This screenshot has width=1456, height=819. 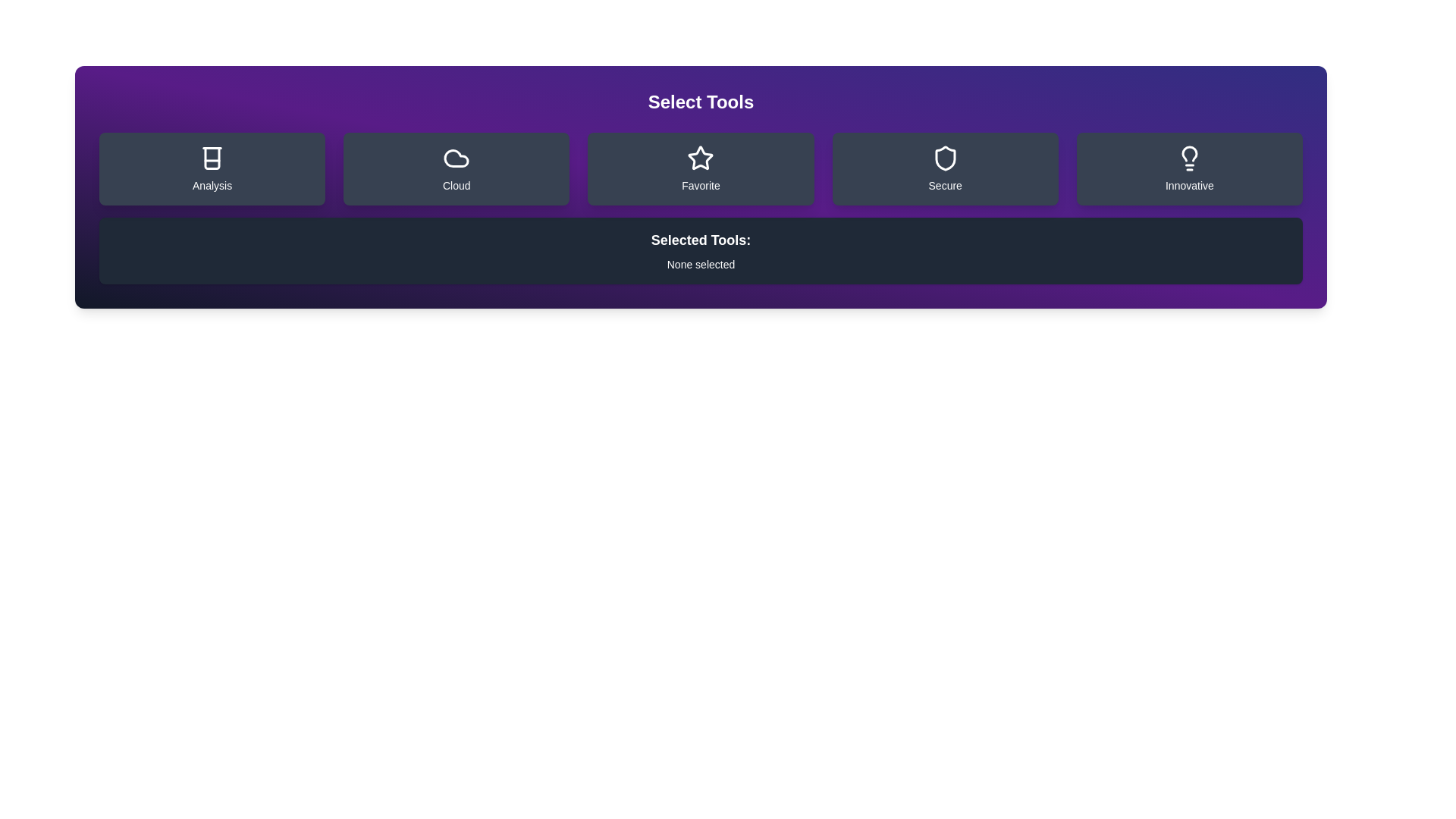 What do you see at coordinates (700, 158) in the screenshot?
I see `the star icon with a dark outline and a hollow center, which is centered within the 'Favorite' button located in the middle of the top row of controls` at bounding box center [700, 158].